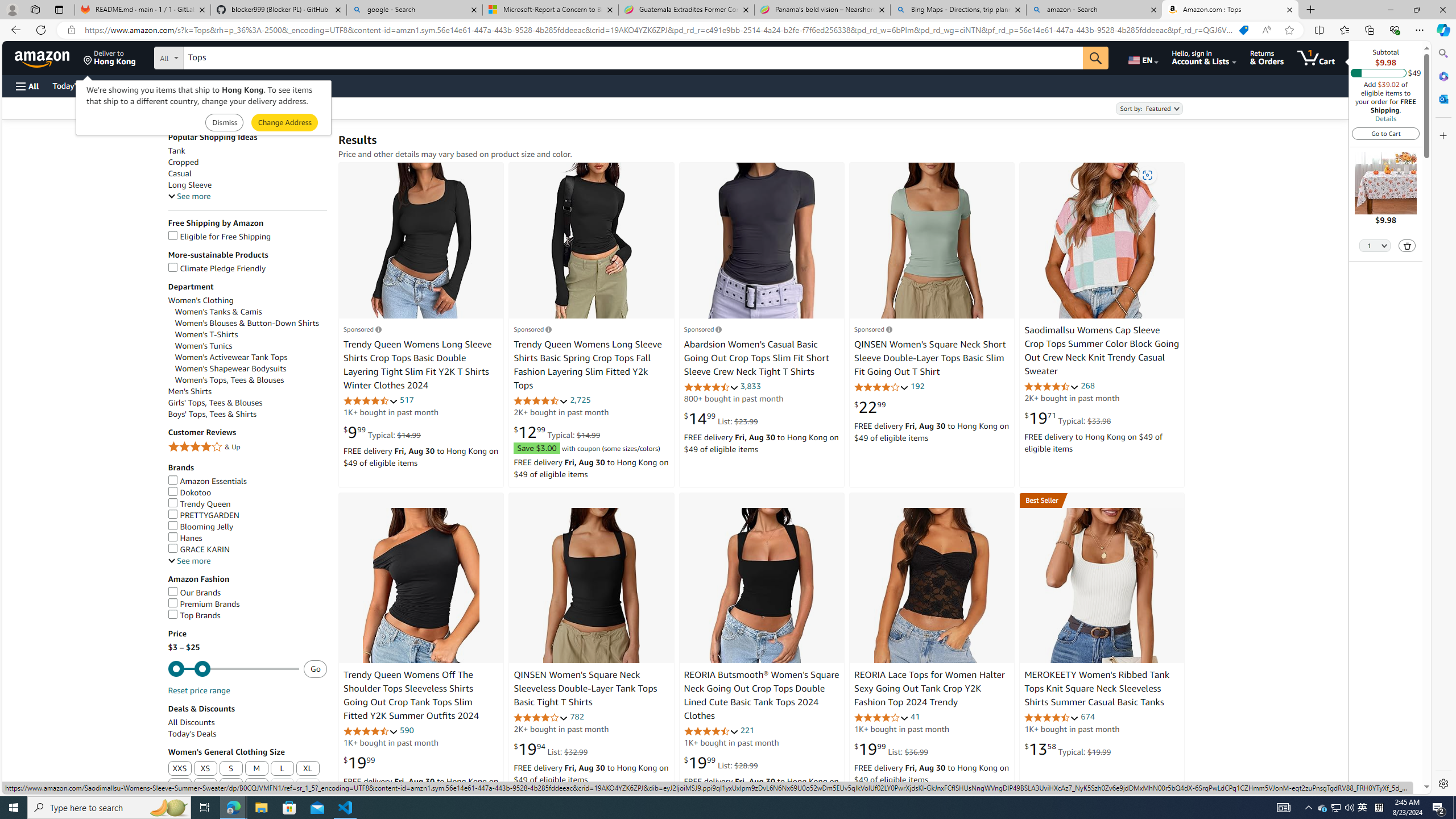  I want to click on 'Women', so click(250, 357).